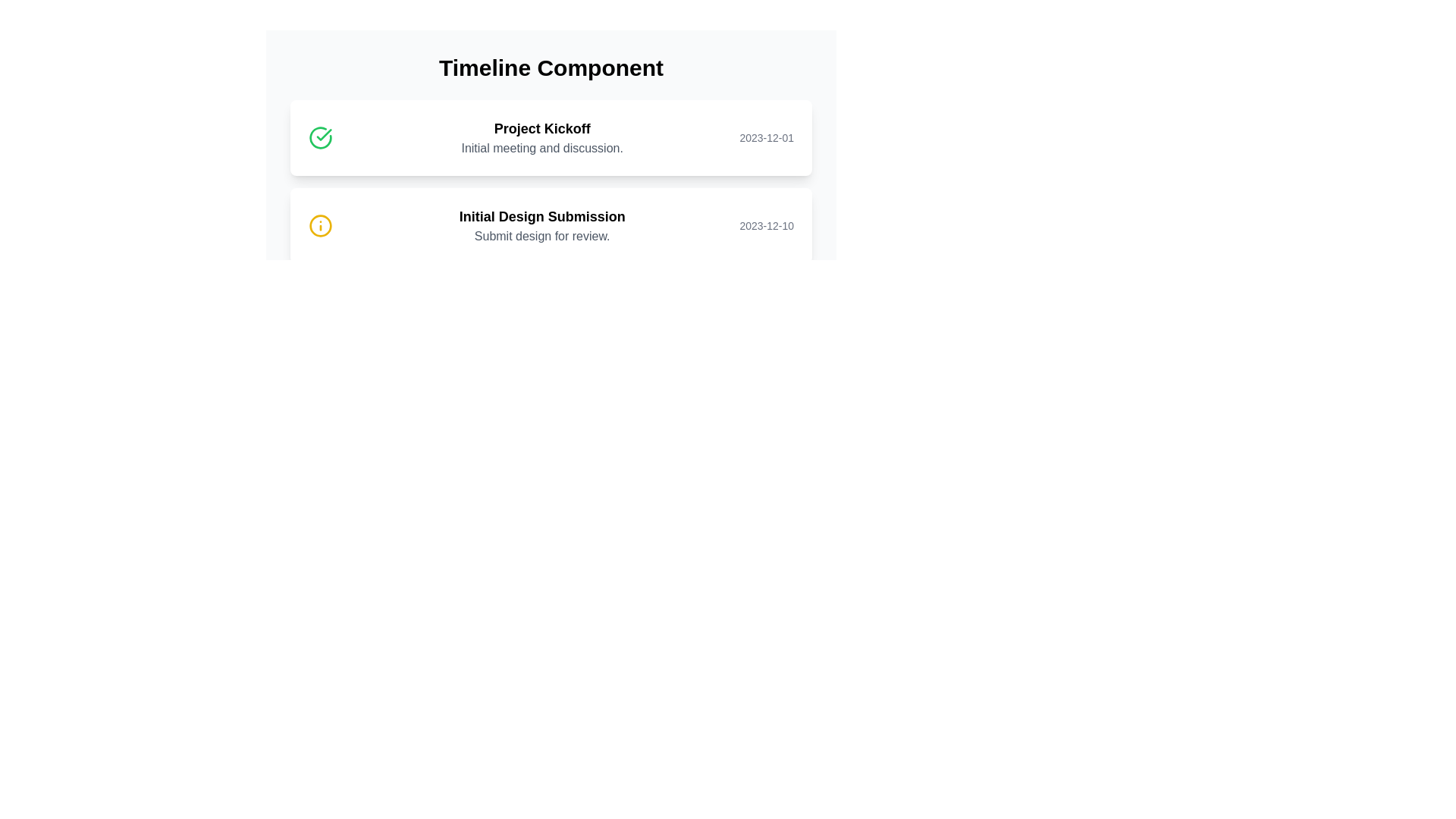 The width and height of the screenshot is (1456, 819). What do you see at coordinates (550, 137) in the screenshot?
I see `the timeline event card representing the 'Project Kickoff' meeting` at bounding box center [550, 137].